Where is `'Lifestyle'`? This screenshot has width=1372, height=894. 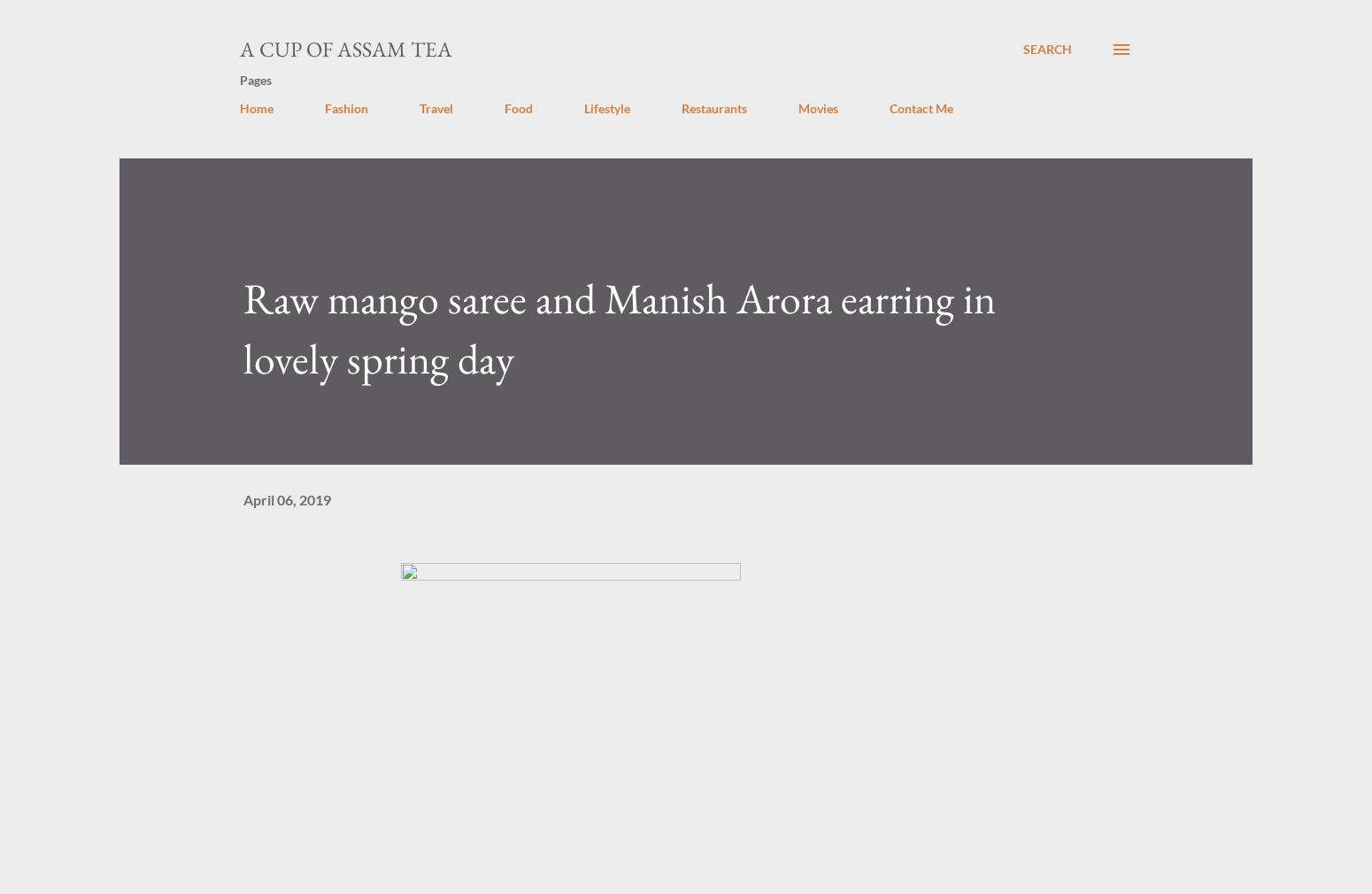 'Lifestyle' is located at coordinates (582, 107).